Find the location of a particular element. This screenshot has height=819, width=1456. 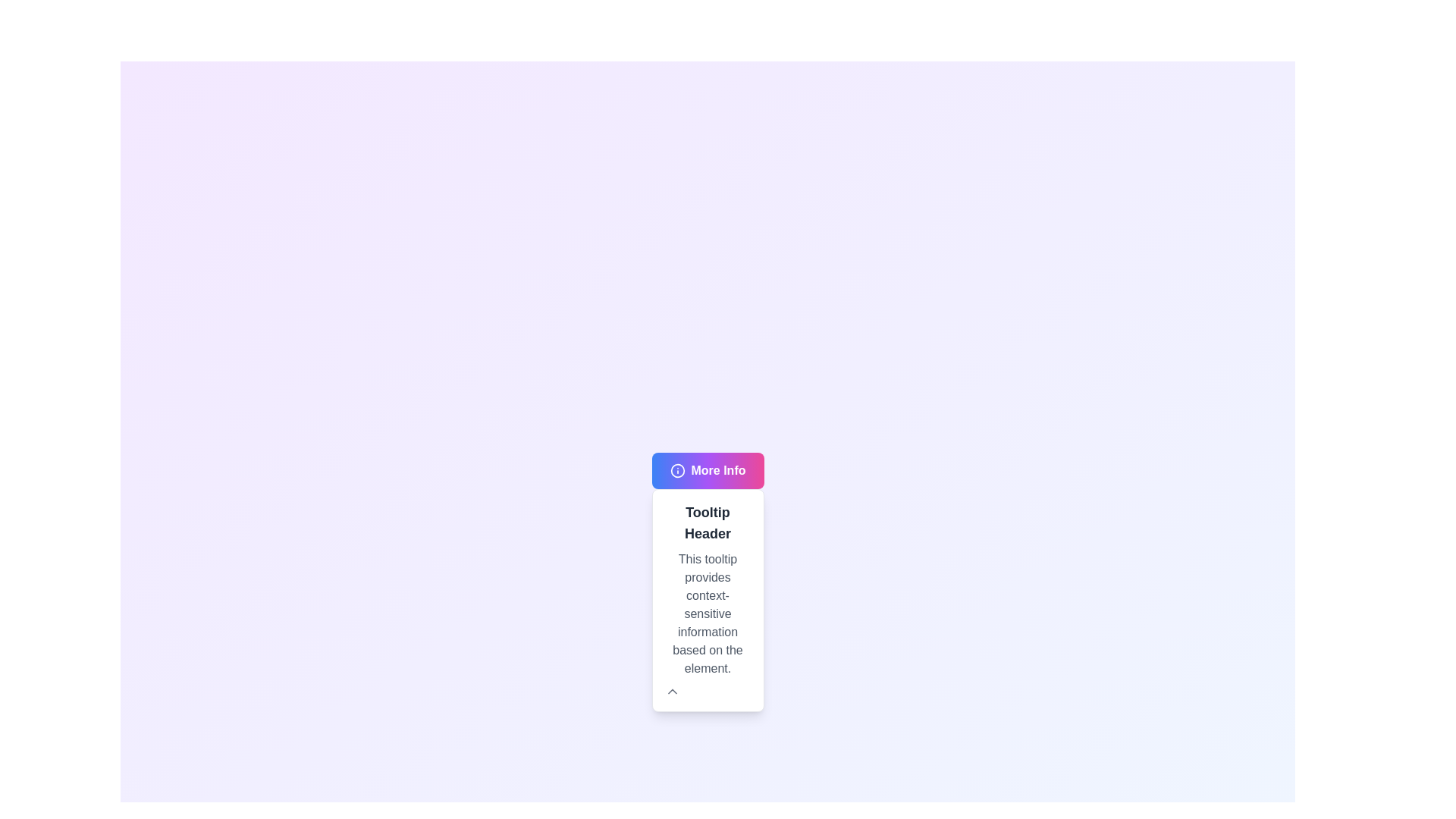

the circular element that is part of the stylized info icon located in the 'More Info' section, which has a light fill and a prominent outline is located at coordinates (676, 470).